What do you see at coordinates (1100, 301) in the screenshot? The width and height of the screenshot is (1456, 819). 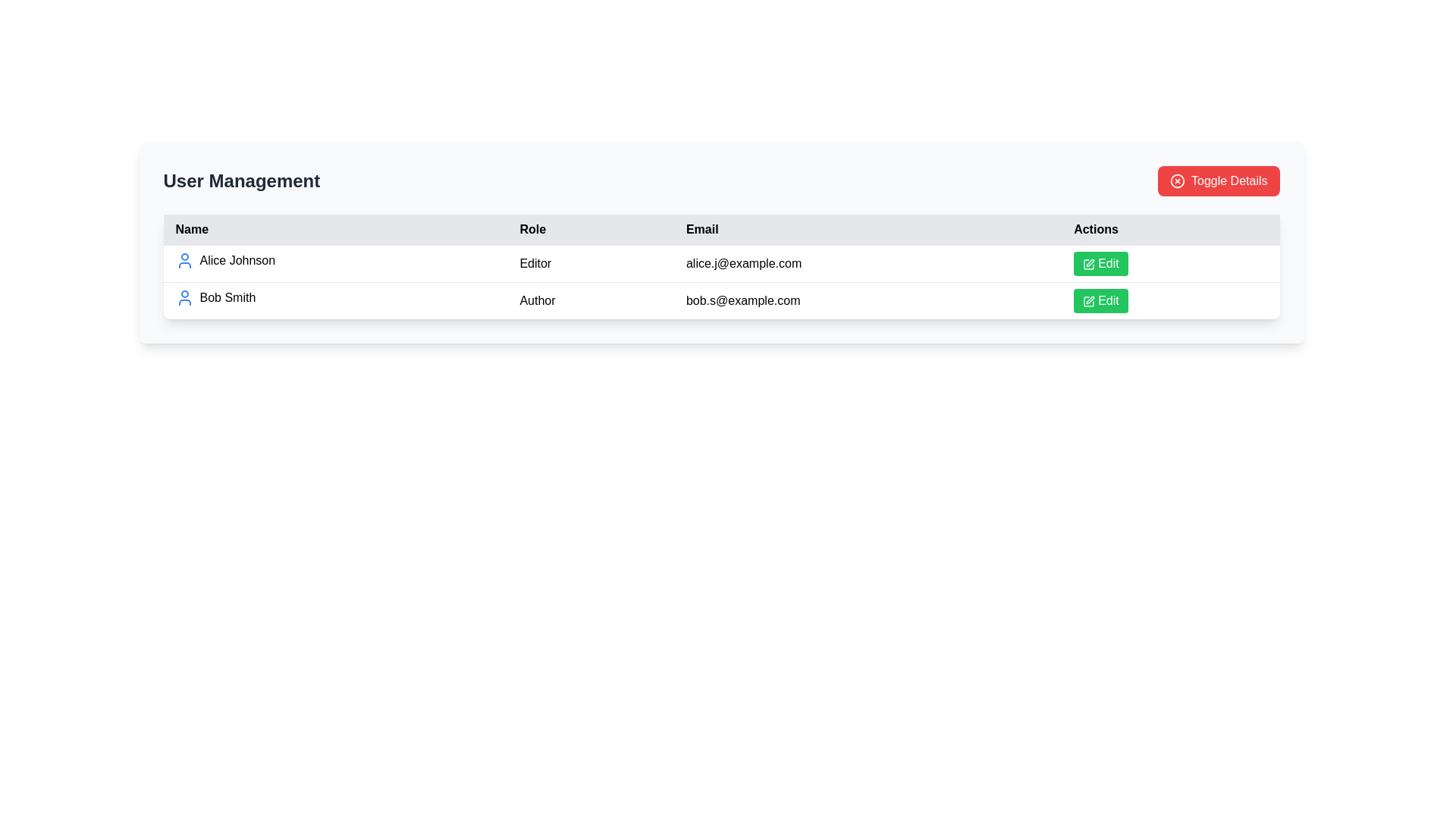 I see `the second 'Edit' button in the 'Actions' column corresponding to 'Bob Smith' to observe the visual interaction effect` at bounding box center [1100, 301].